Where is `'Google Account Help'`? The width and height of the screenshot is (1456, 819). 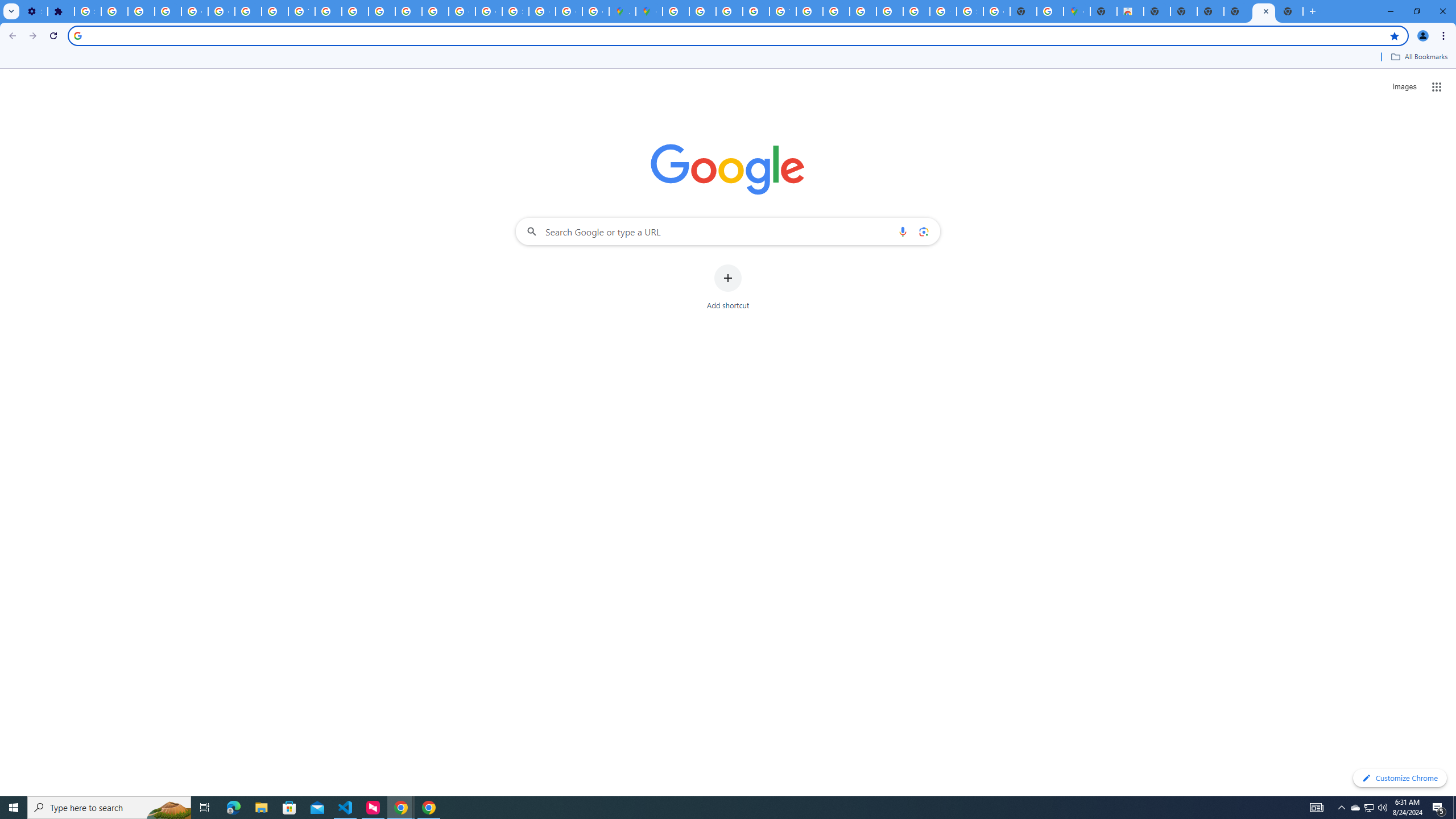
'Google Account Help' is located at coordinates (194, 11).